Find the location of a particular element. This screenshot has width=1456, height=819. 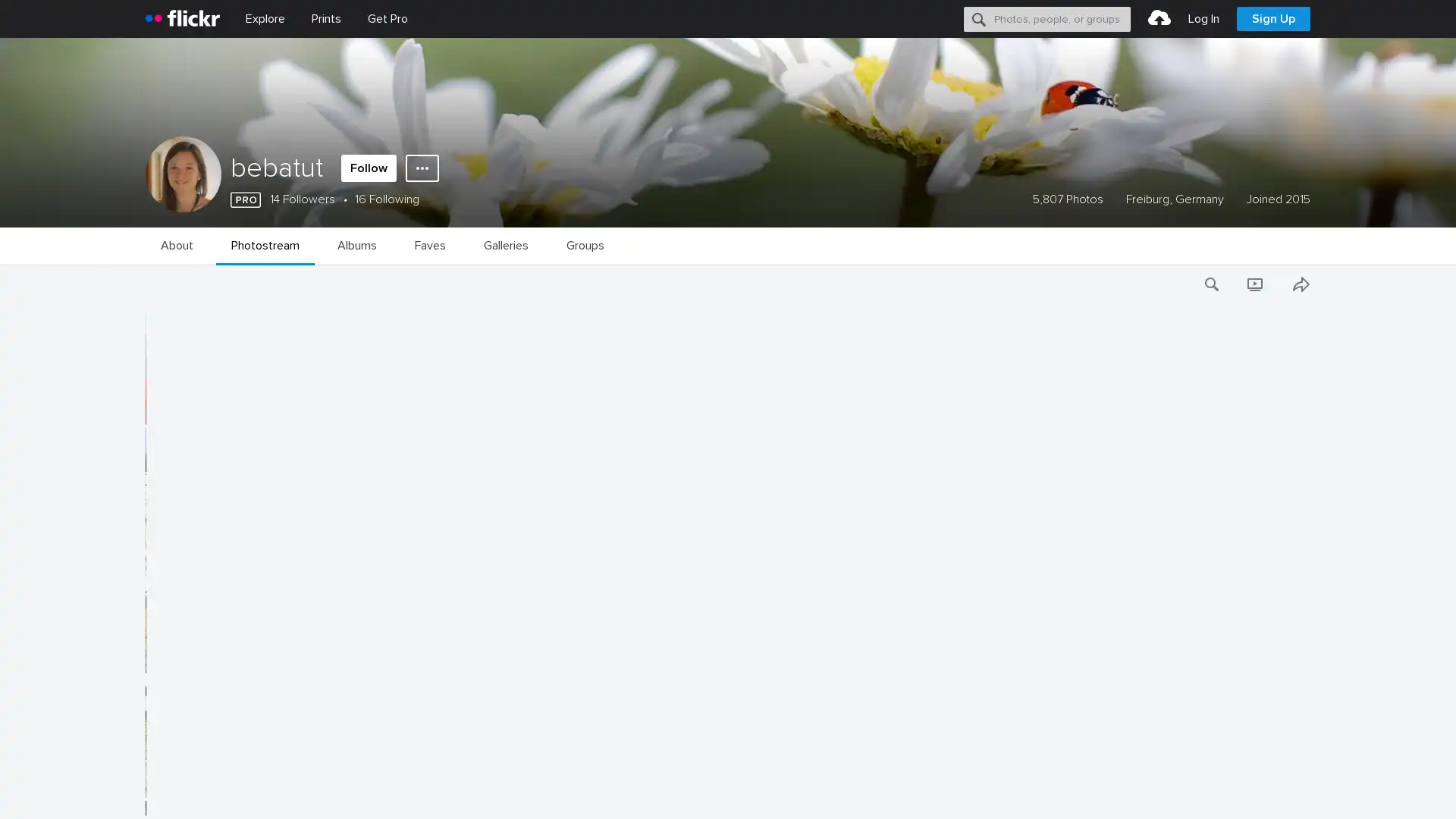

Accept is located at coordinates (1156, 789).